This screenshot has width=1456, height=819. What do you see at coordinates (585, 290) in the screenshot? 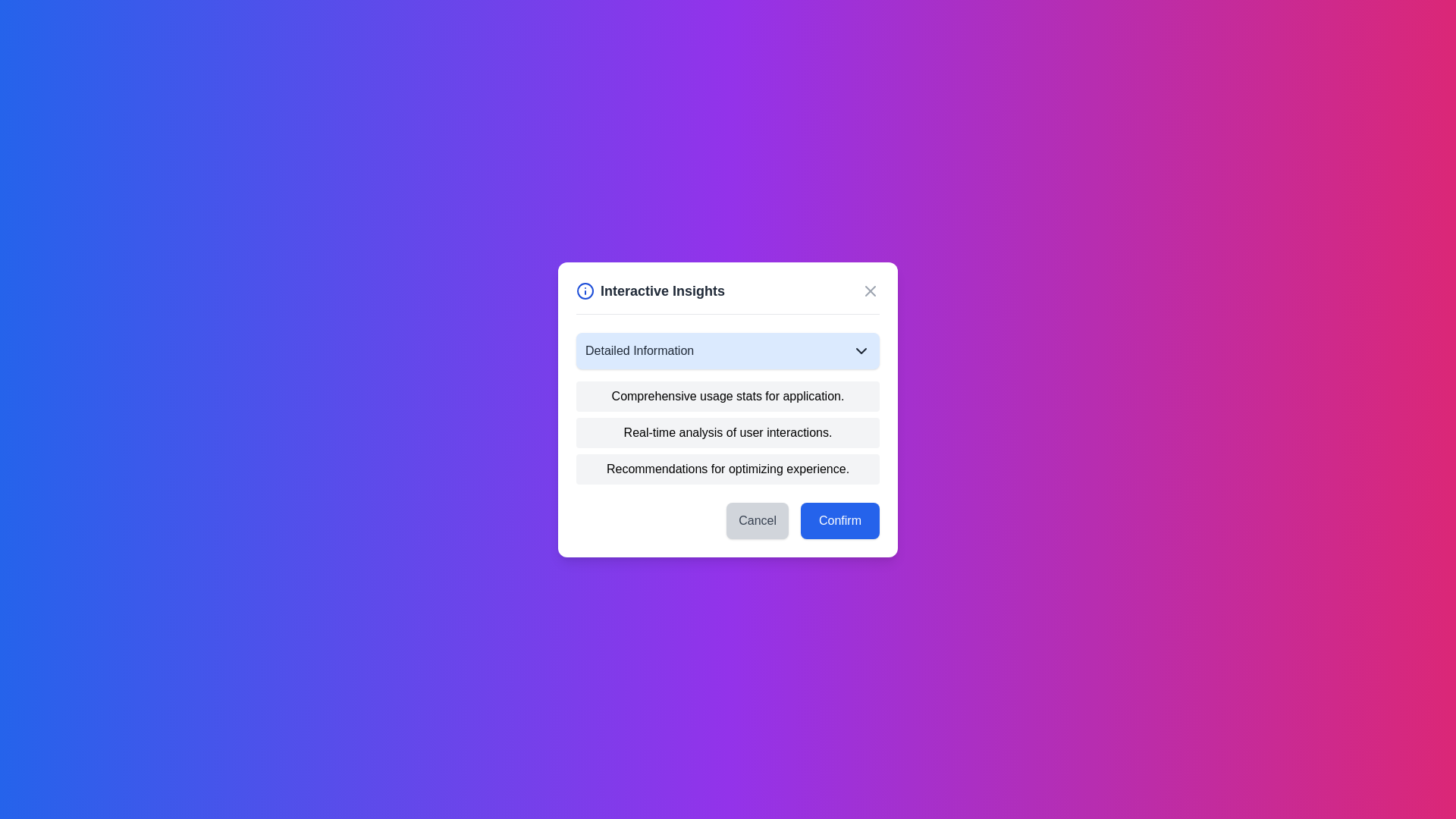
I see `the compact circular icon with a blue-bordered circle and central dot, which features an information symbol design, located to the immediate left of the 'Interactive Insights' header text` at bounding box center [585, 290].